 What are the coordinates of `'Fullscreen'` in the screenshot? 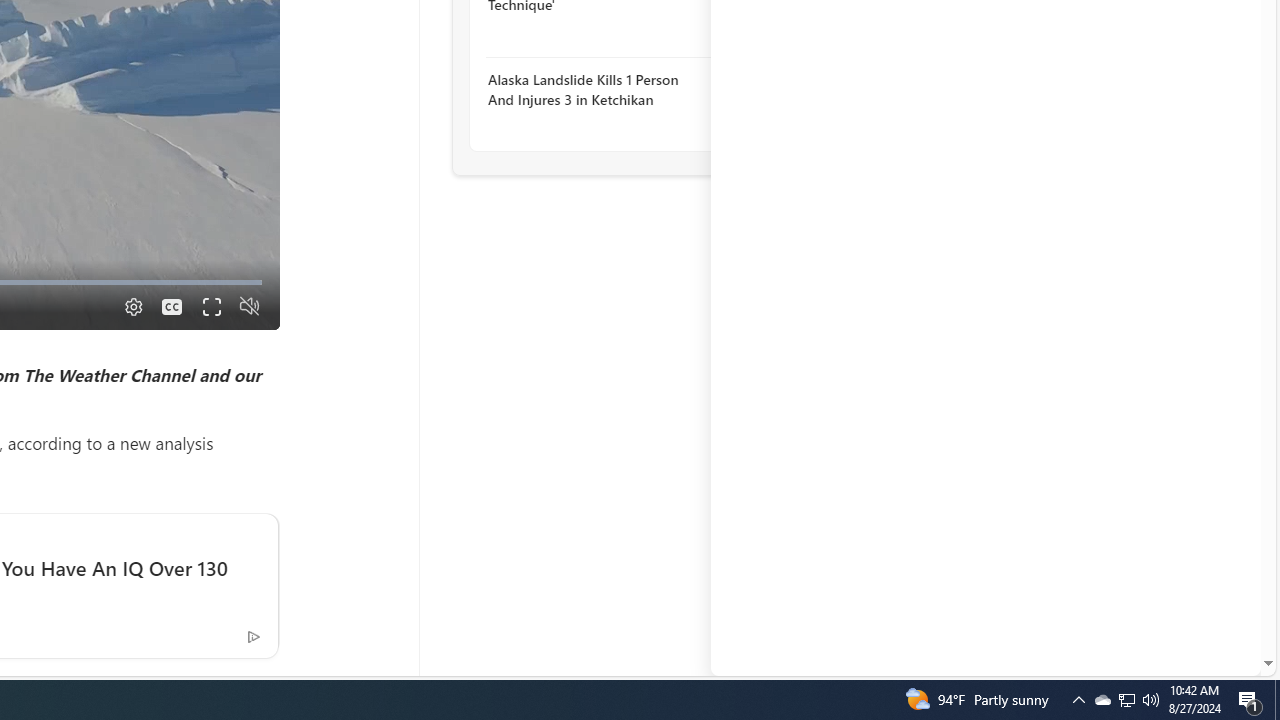 It's located at (211, 306).